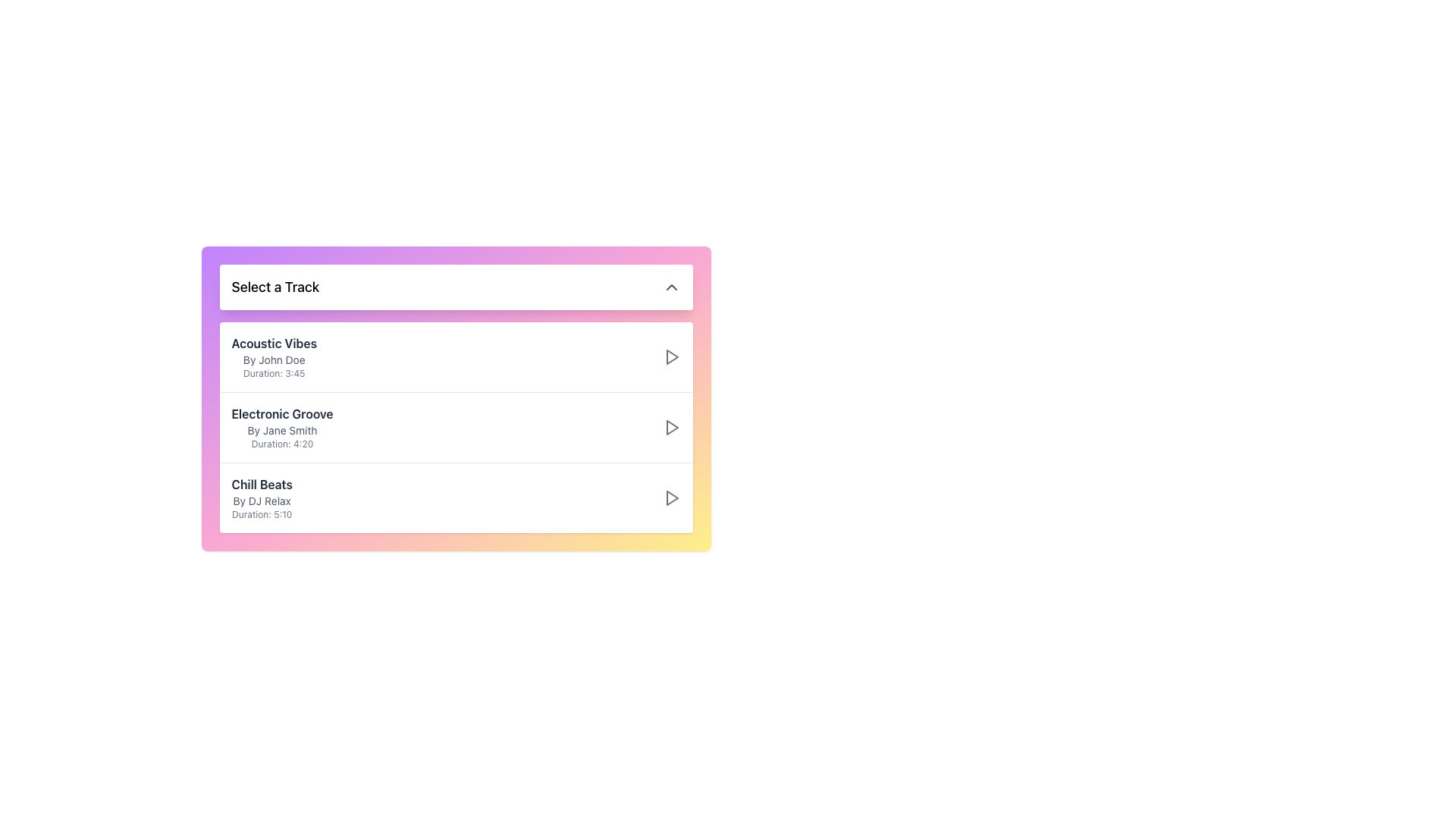 This screenshot has height=819, width=1456. Describe the element at coordinates (670, 497) in the screenshot. I see `the playback button for the track 'Chill Beats'` at that location.